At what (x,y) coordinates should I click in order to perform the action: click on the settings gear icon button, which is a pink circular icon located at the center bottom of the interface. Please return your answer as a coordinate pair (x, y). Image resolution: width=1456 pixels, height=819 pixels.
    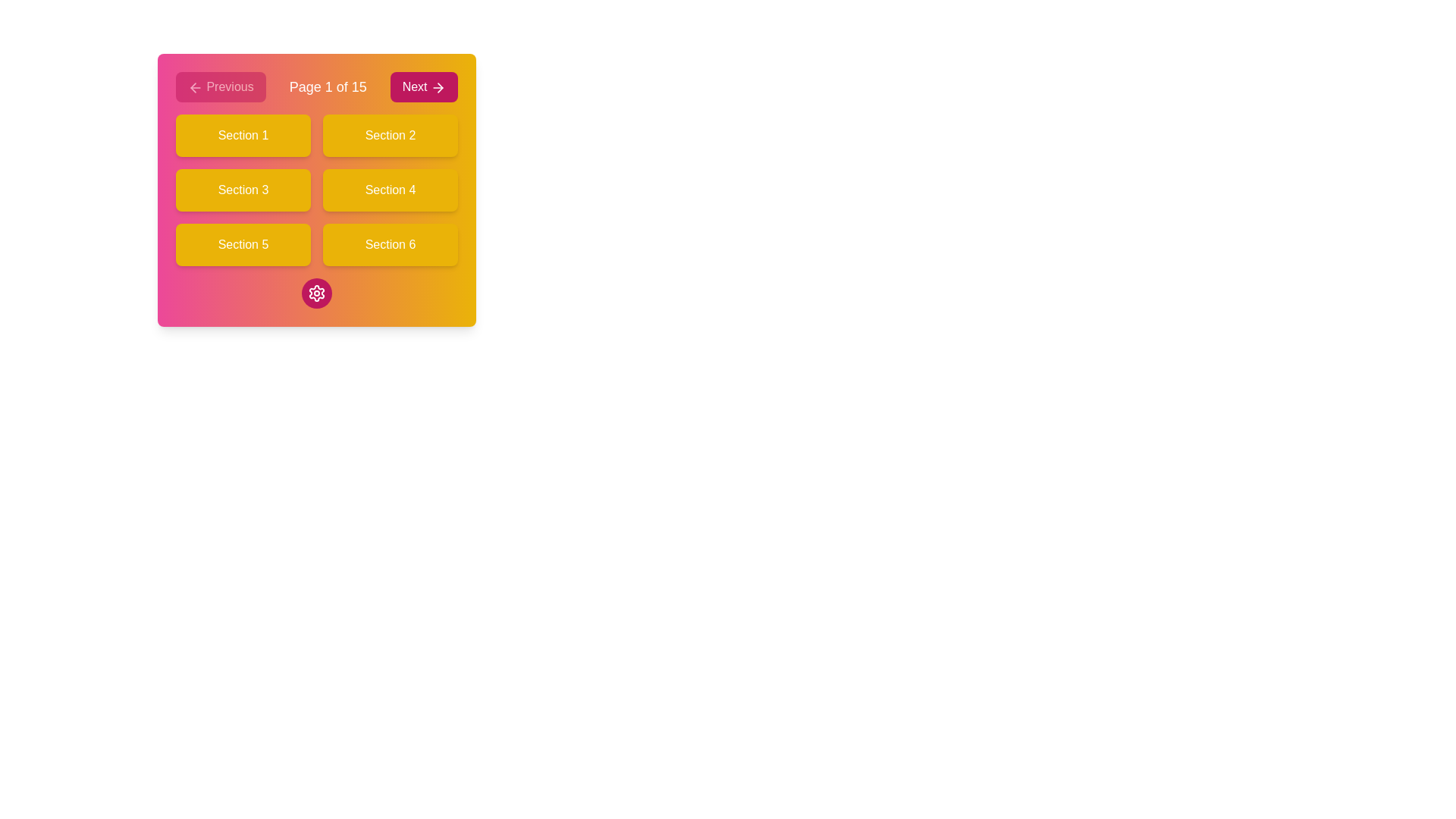
    Looking at the image, I should click on (315, 293).